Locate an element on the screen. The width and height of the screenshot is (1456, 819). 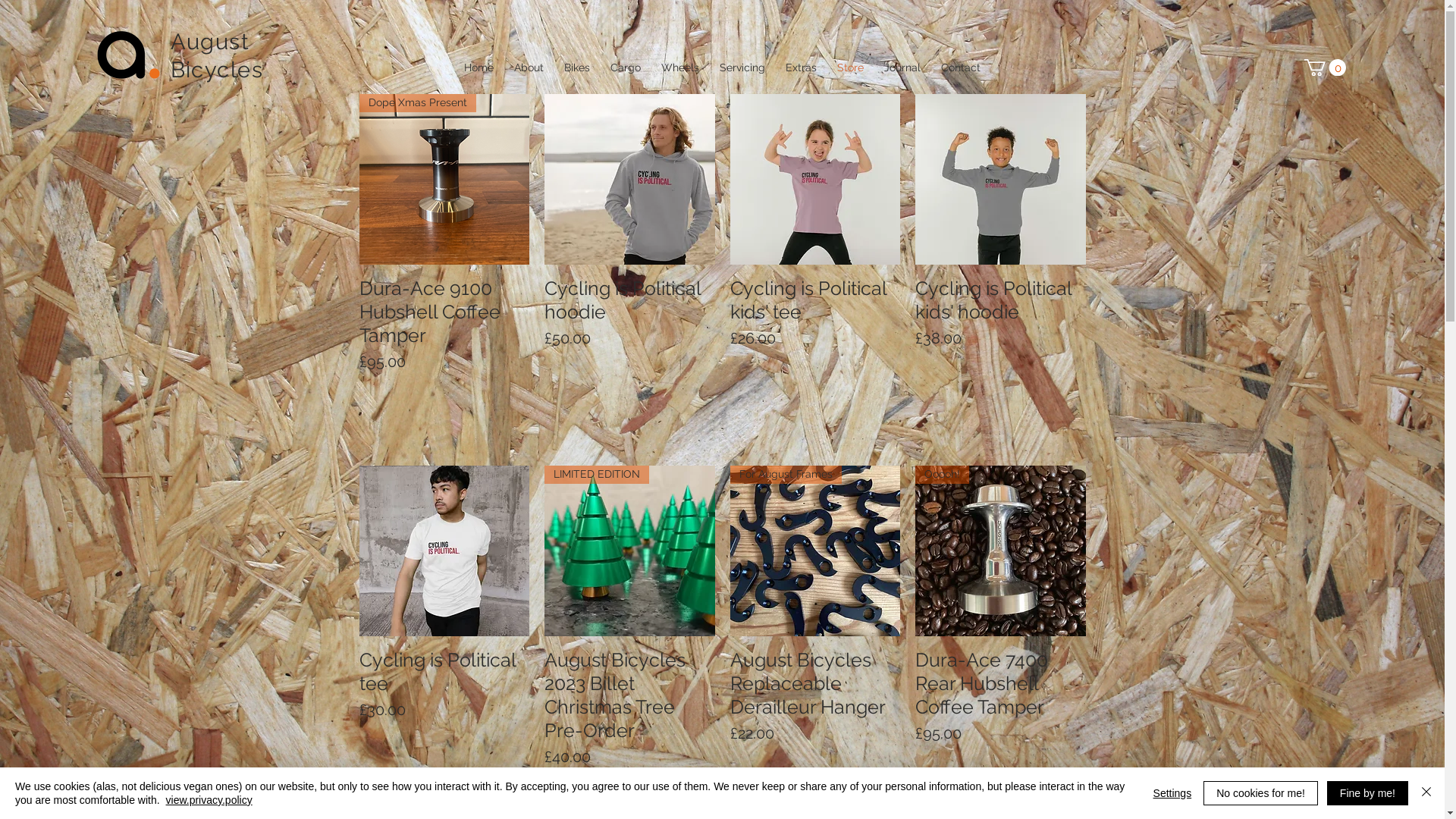
'Extras' is located at coordinates (800, 66).